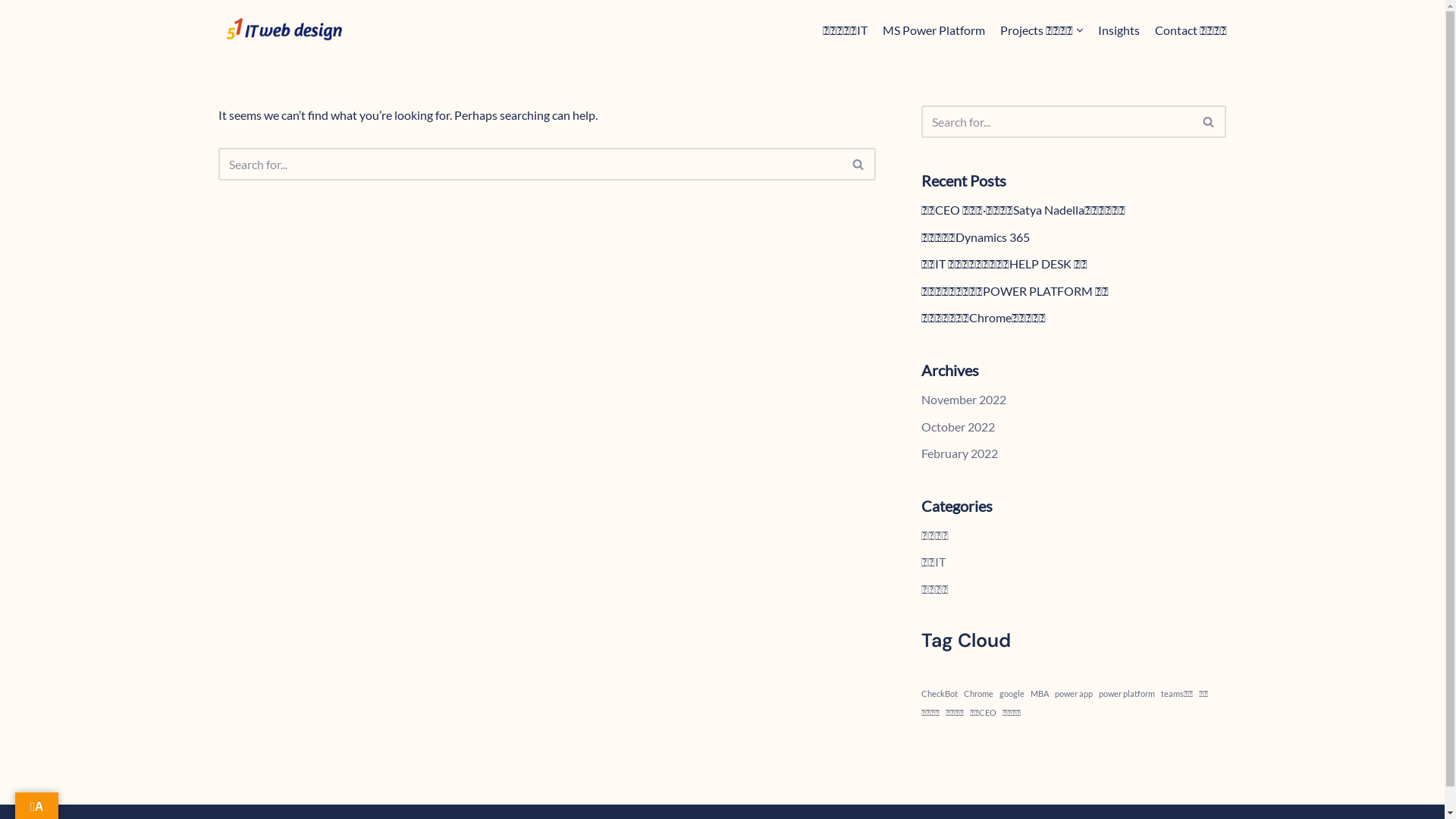 Image resolution: width=1456 pixels, height=819 pixels. What do you see at coordinates (1119, 30) in the screenshot?
I see `'Insights'` at bounding box center [1119, 30].